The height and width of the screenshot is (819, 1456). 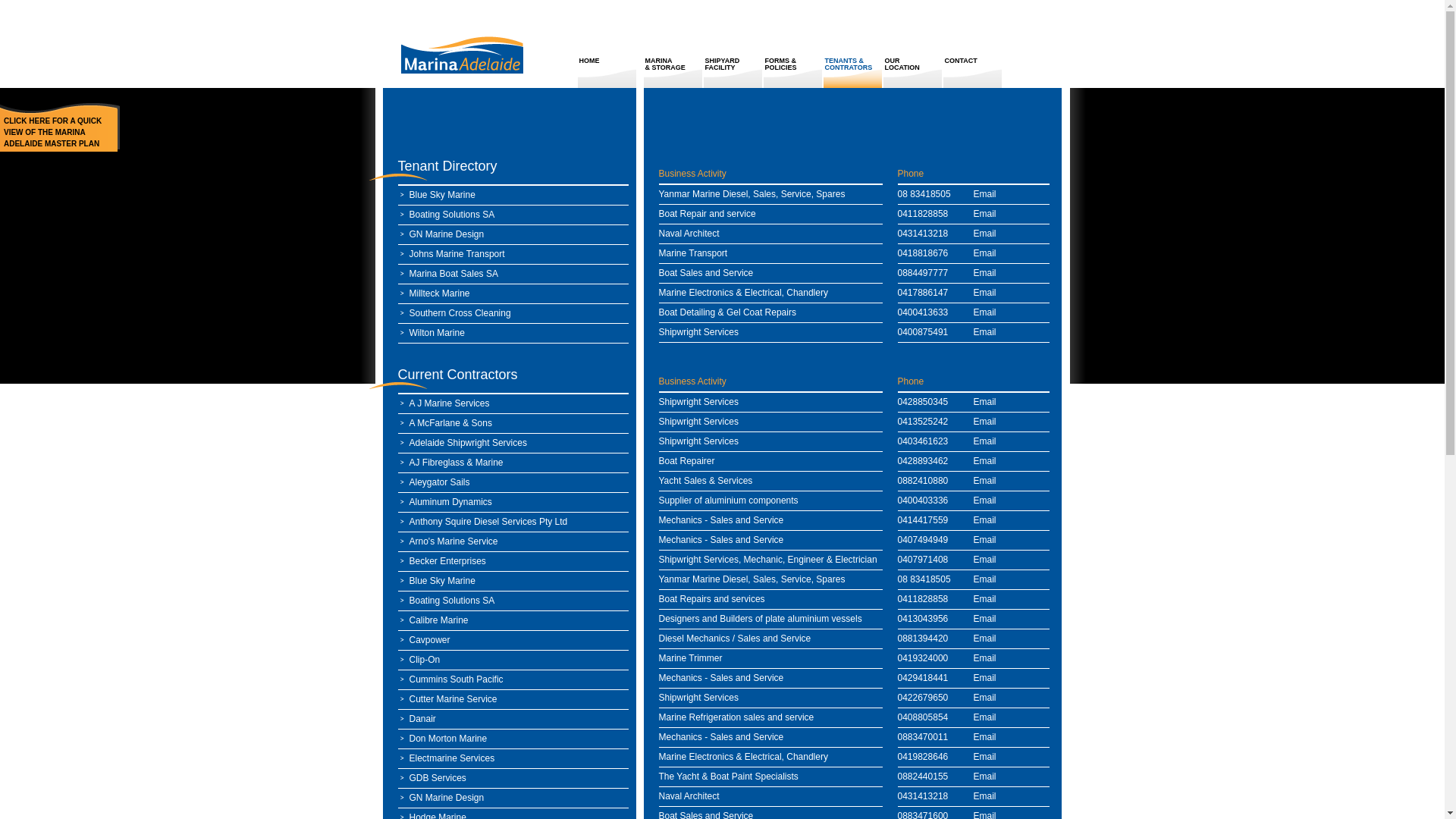 What do you see at coordinates (985, 598) in the screenshot?
I see `'Email'` at bounding box center [985, 598].